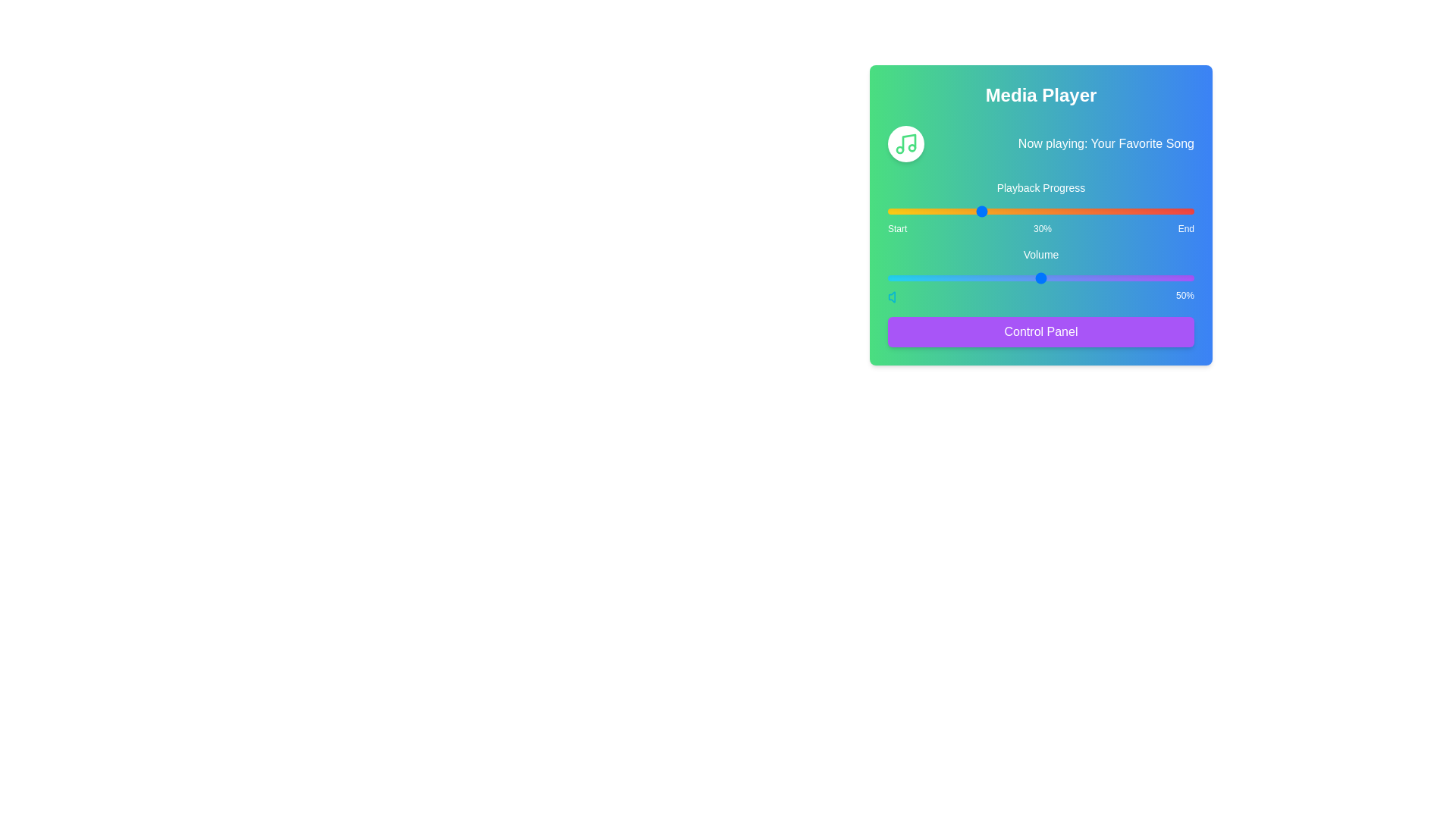  I want to click on the playback progress to 32% by interacting with the slider, so click(986, 211).